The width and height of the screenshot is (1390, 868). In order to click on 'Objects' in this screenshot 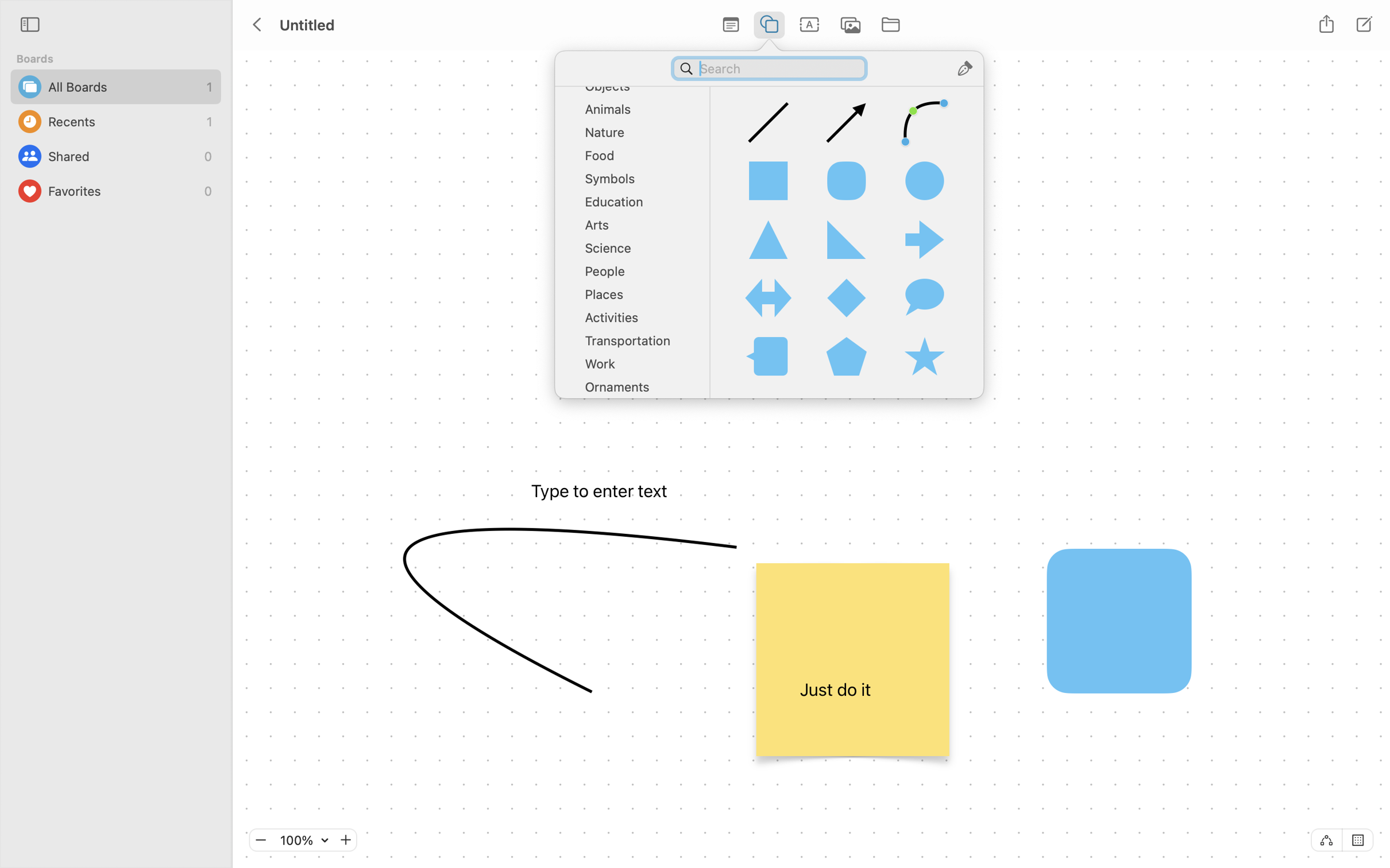, I will do `click(636, 88)`.